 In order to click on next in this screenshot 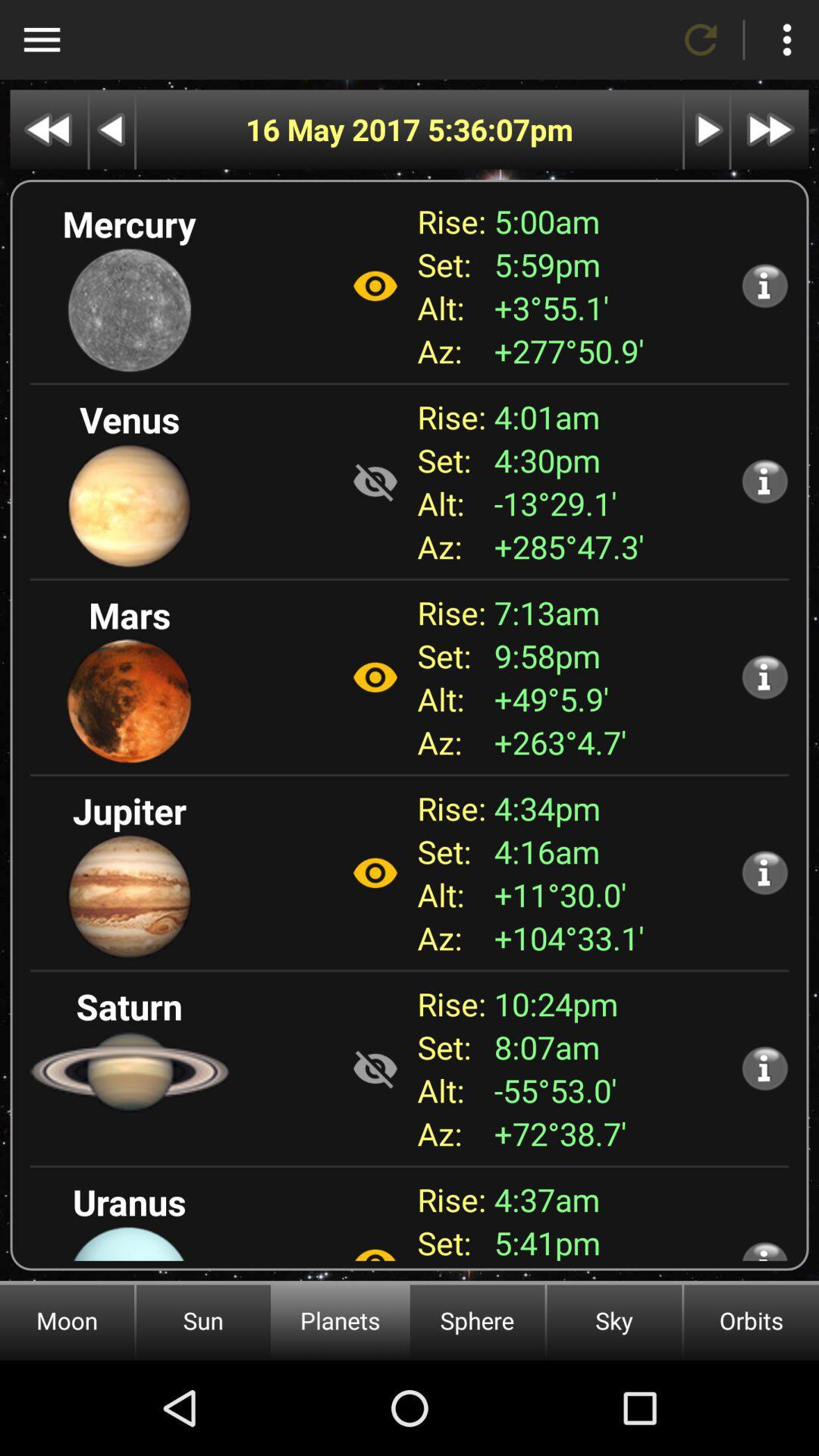, I will do `click(707, 130)`.